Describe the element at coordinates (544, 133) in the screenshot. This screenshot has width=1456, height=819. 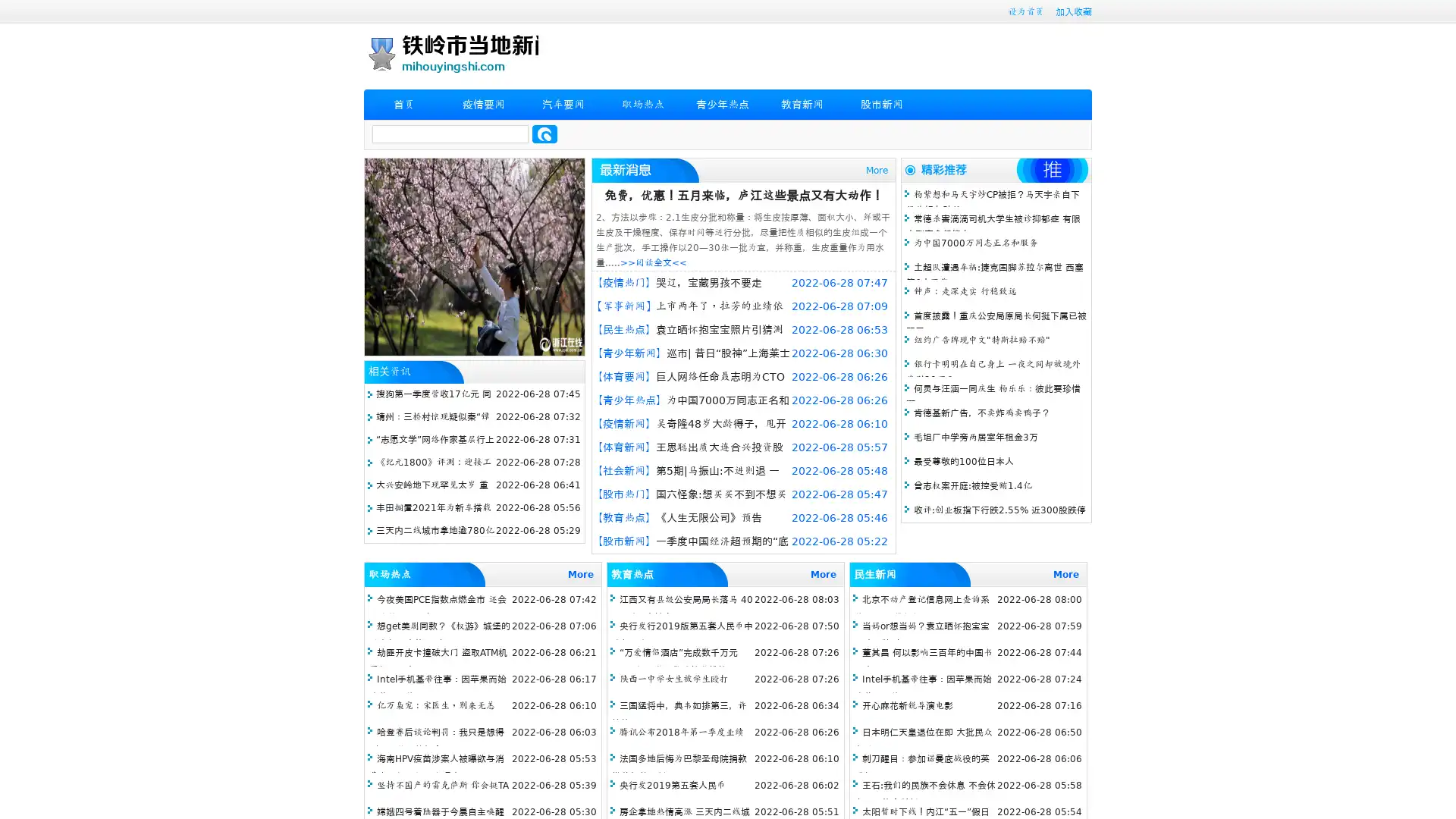
I see `Search` at that location.